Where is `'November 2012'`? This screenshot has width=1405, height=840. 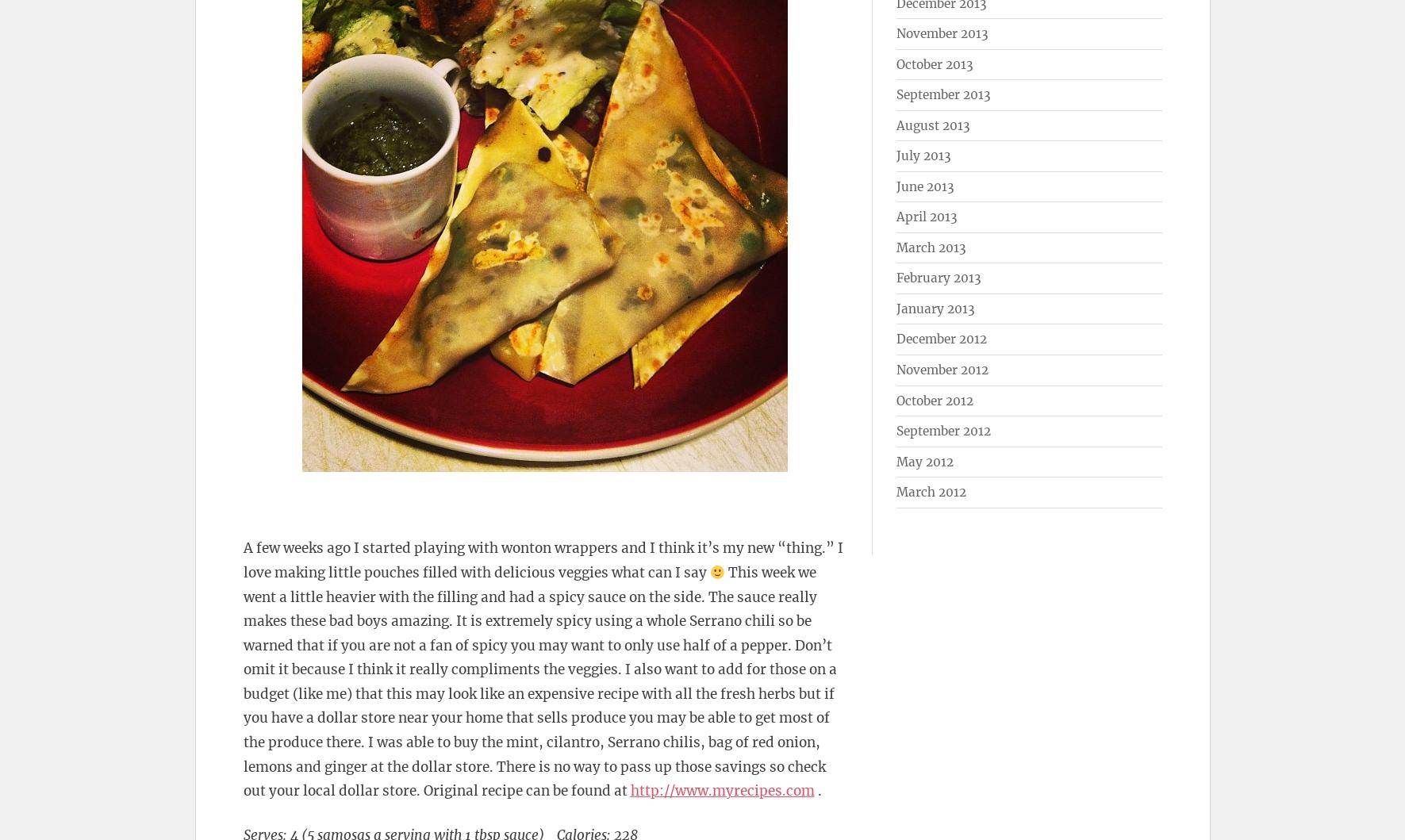
'November 2012' is located at coordinates (895, 369).